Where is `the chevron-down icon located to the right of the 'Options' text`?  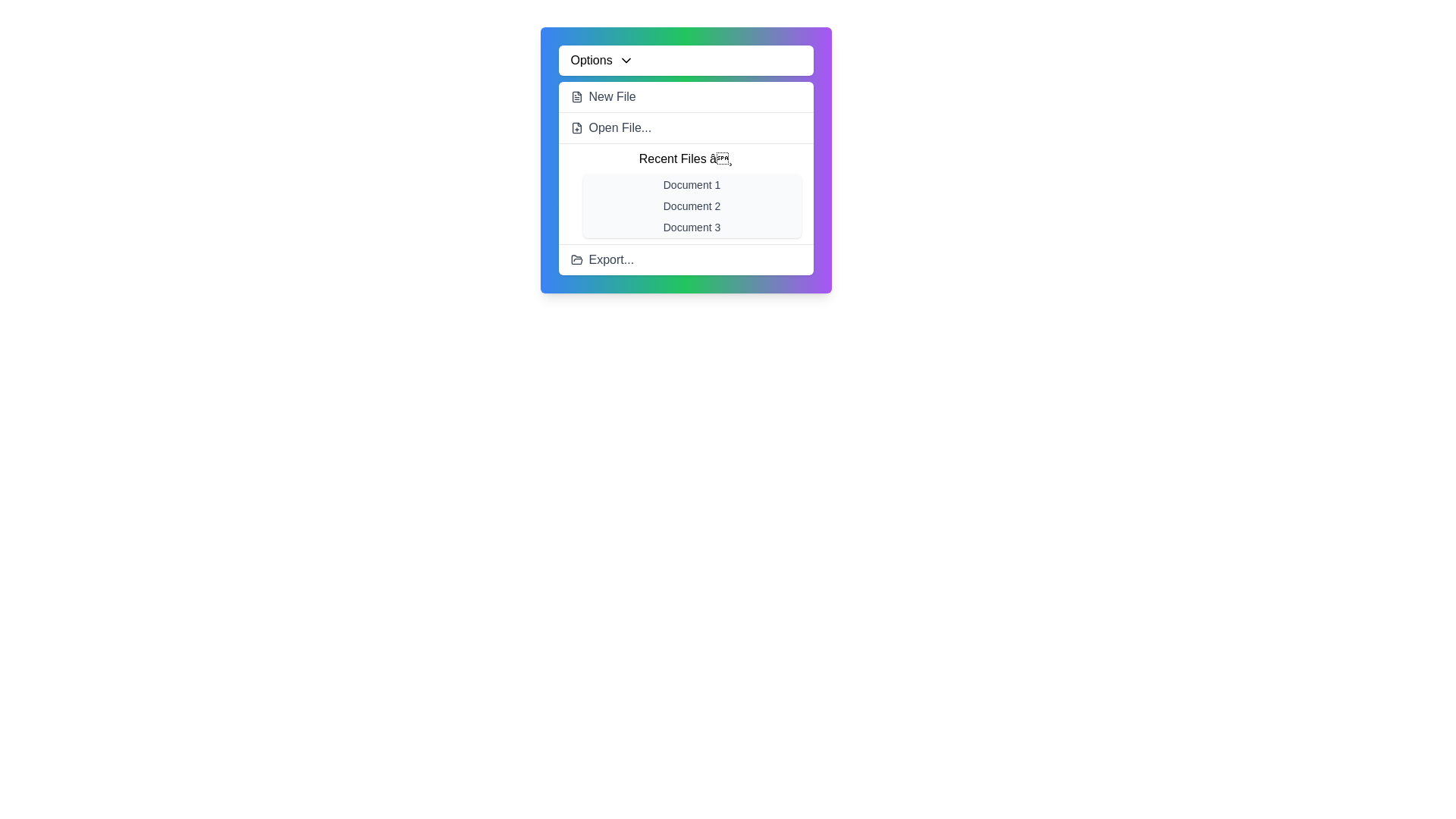
the chevron-down icon located to the right of the 'Options' text is located at coordinates (626, 60).